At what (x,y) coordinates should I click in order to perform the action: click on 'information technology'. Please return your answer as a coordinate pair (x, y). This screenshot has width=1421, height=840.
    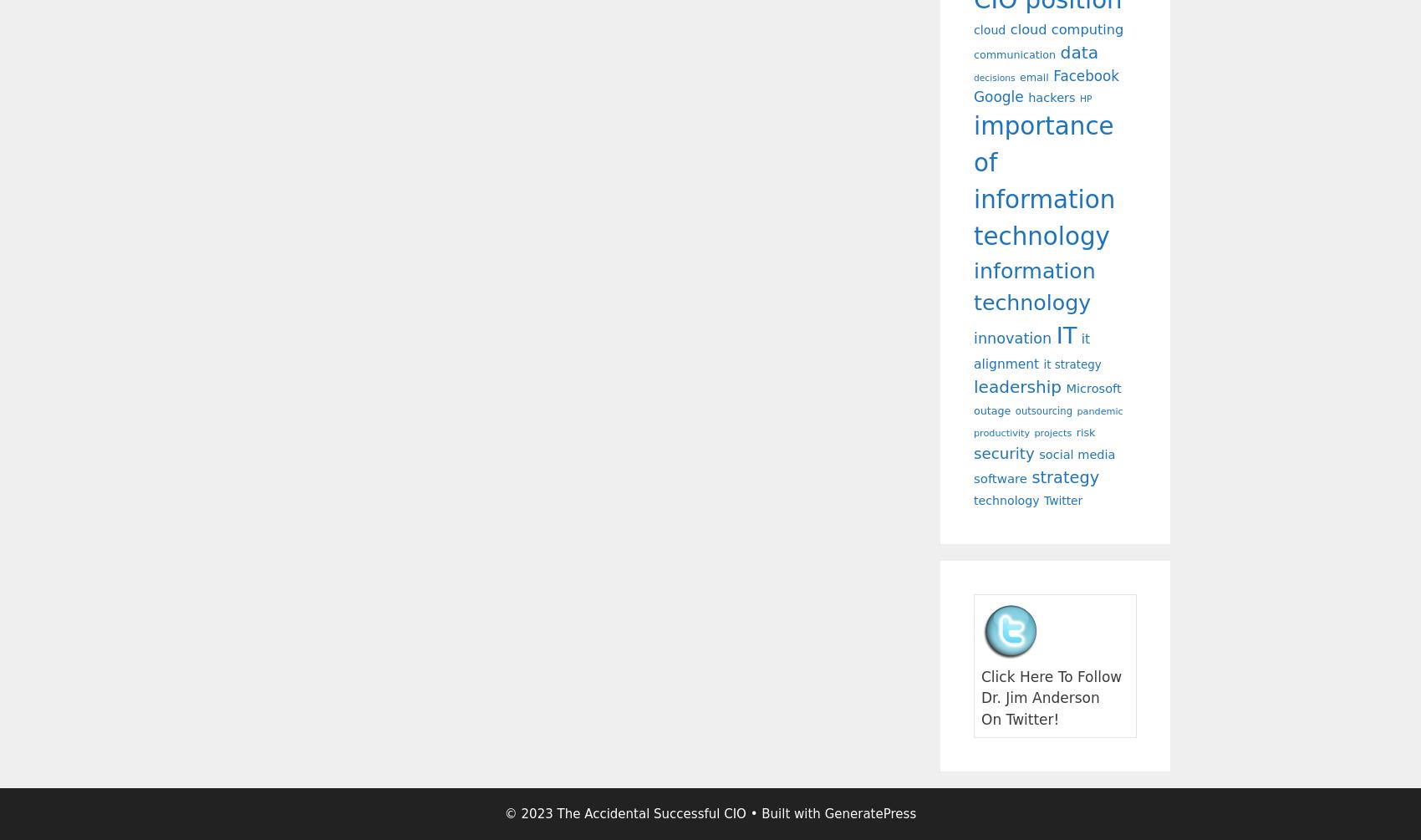
    Looking at the image, I should click on (1033, 286).